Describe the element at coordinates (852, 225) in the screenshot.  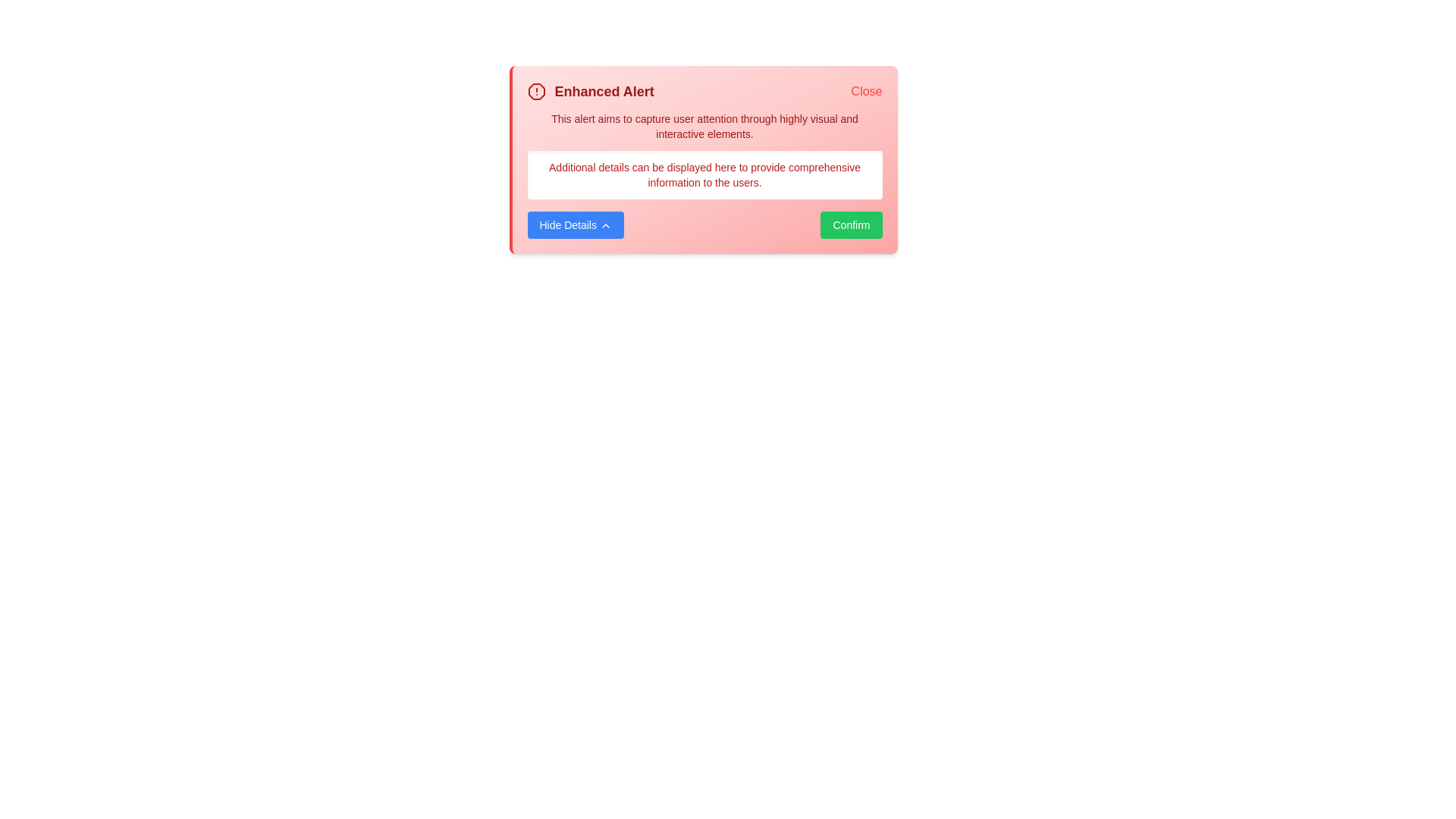
I see `the 'Confirm' button to confirm the action` at that location.